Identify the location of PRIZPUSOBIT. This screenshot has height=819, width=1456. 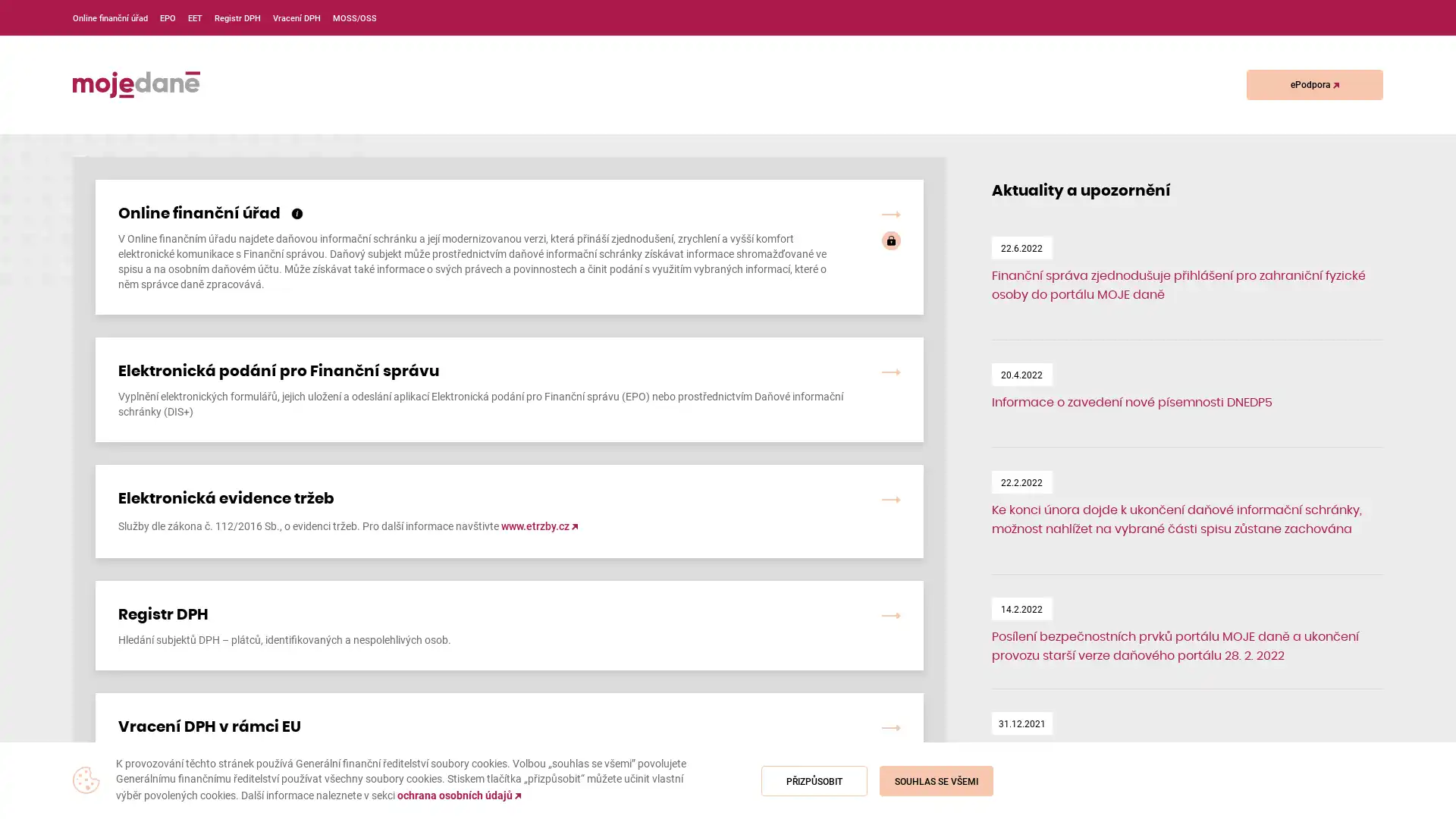
(814, 780).